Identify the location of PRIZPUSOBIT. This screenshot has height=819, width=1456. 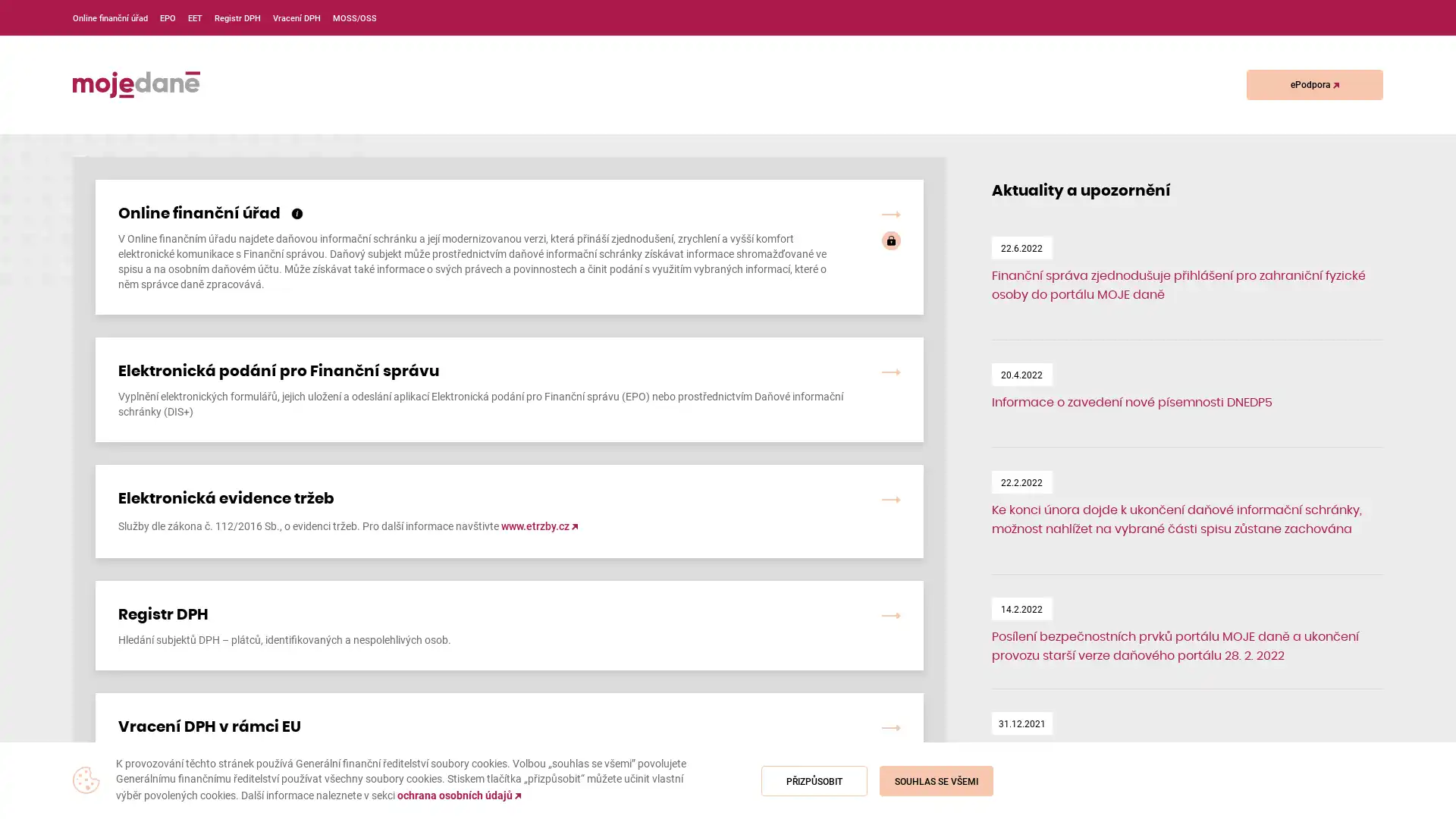
(814, 780).